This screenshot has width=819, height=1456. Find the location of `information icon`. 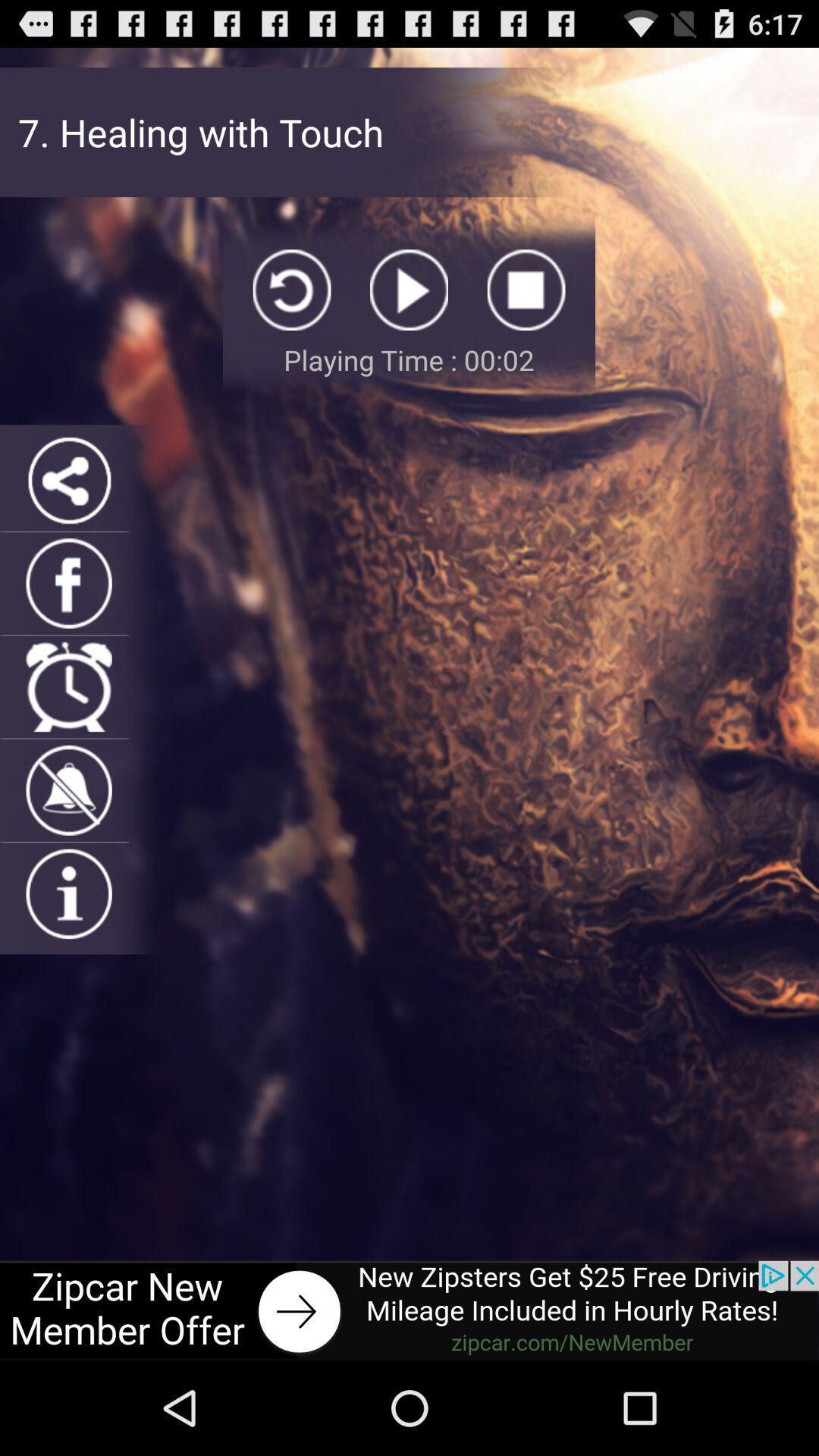

information icon is located at coordinates (69, 894).